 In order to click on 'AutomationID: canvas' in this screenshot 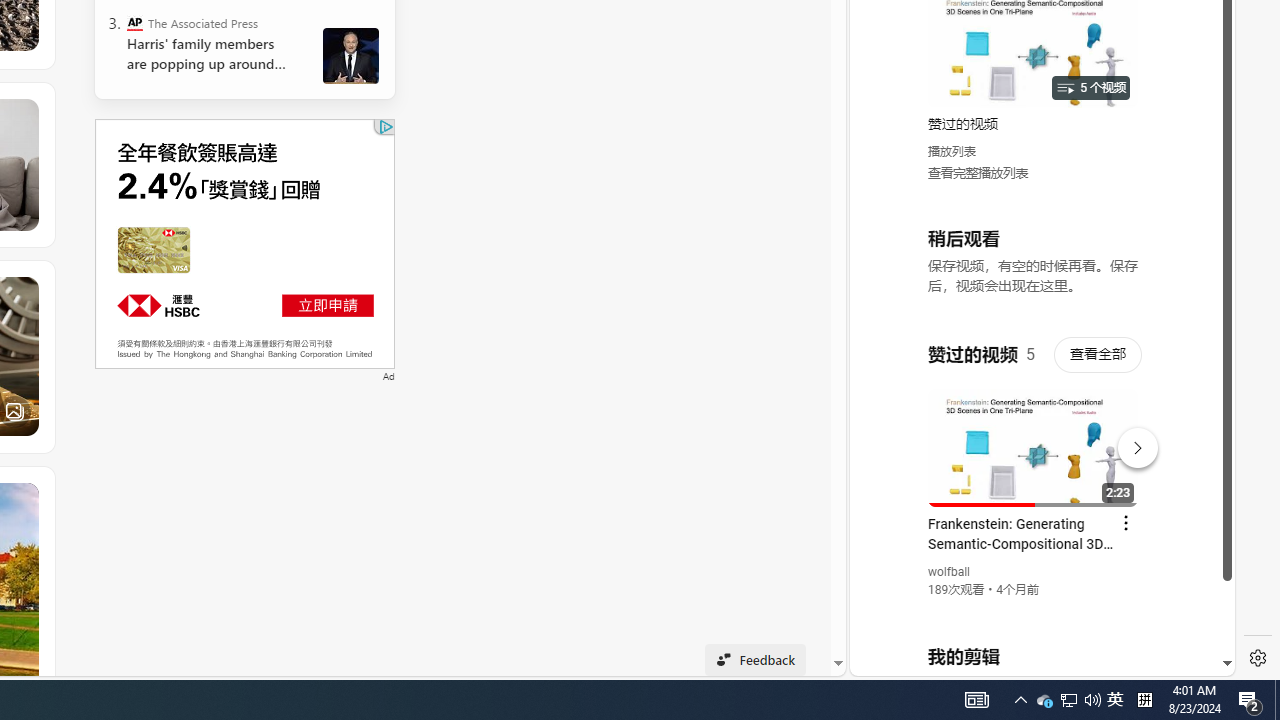, I will do `click(244, 242)`.